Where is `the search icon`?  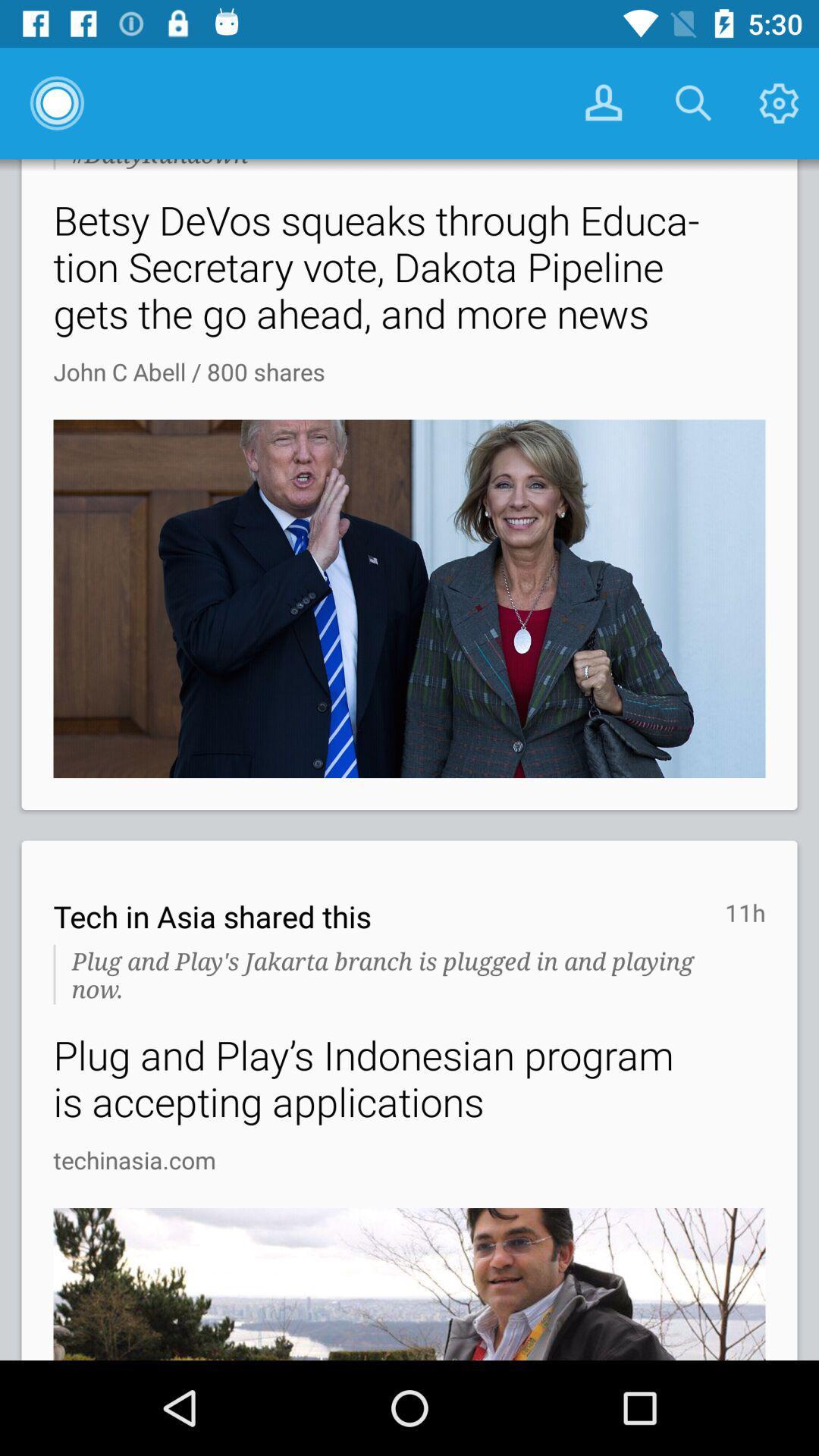 the search icon is located at coordinates (693, 102).